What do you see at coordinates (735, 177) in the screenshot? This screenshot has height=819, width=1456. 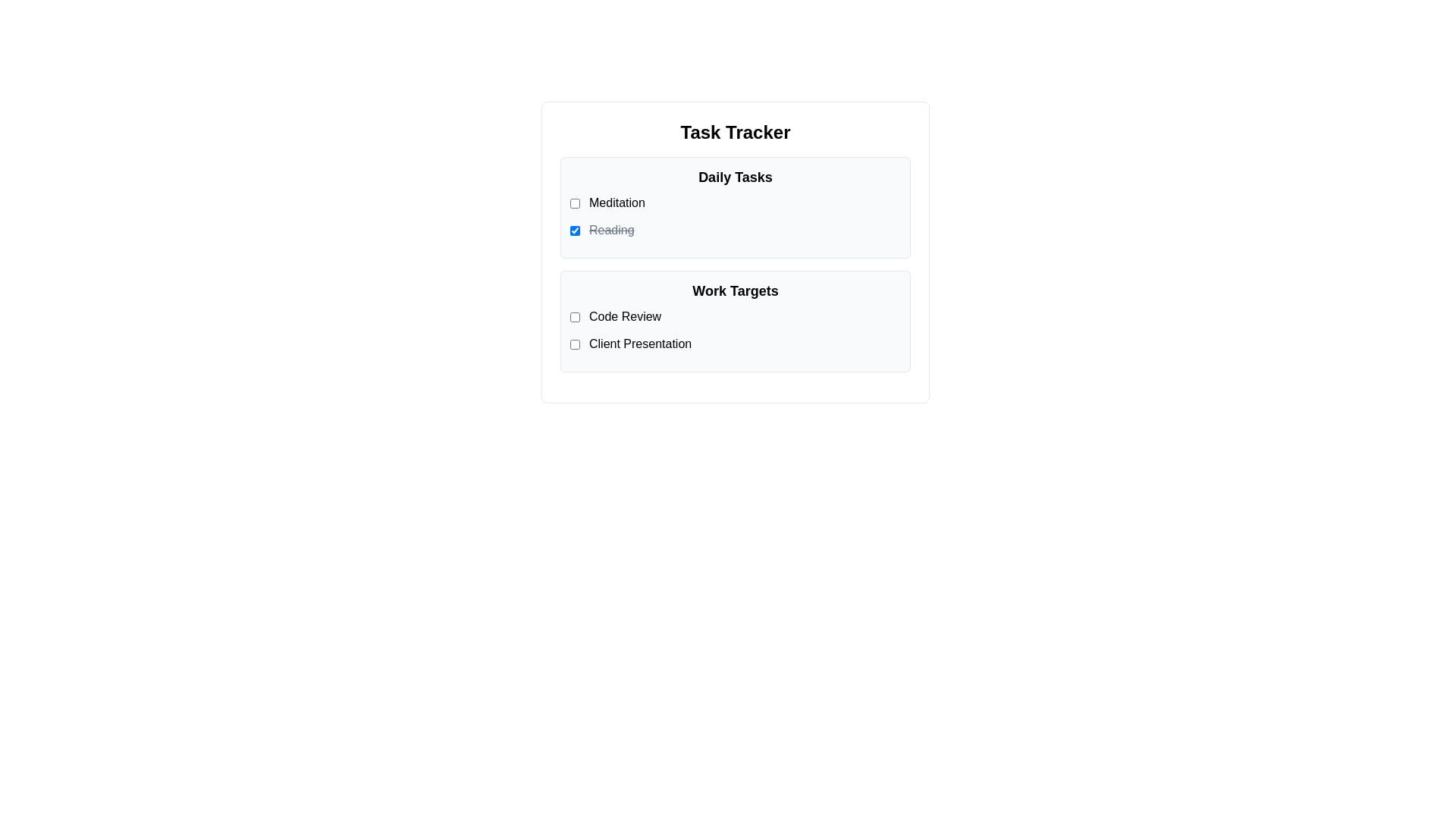 I see `the 'Daily Tasks' text label that displays the text in bold and larger font size, positioned at the top of its section above the list items 'Meditation' and 'Reading'` at bounding box center [735, 177].